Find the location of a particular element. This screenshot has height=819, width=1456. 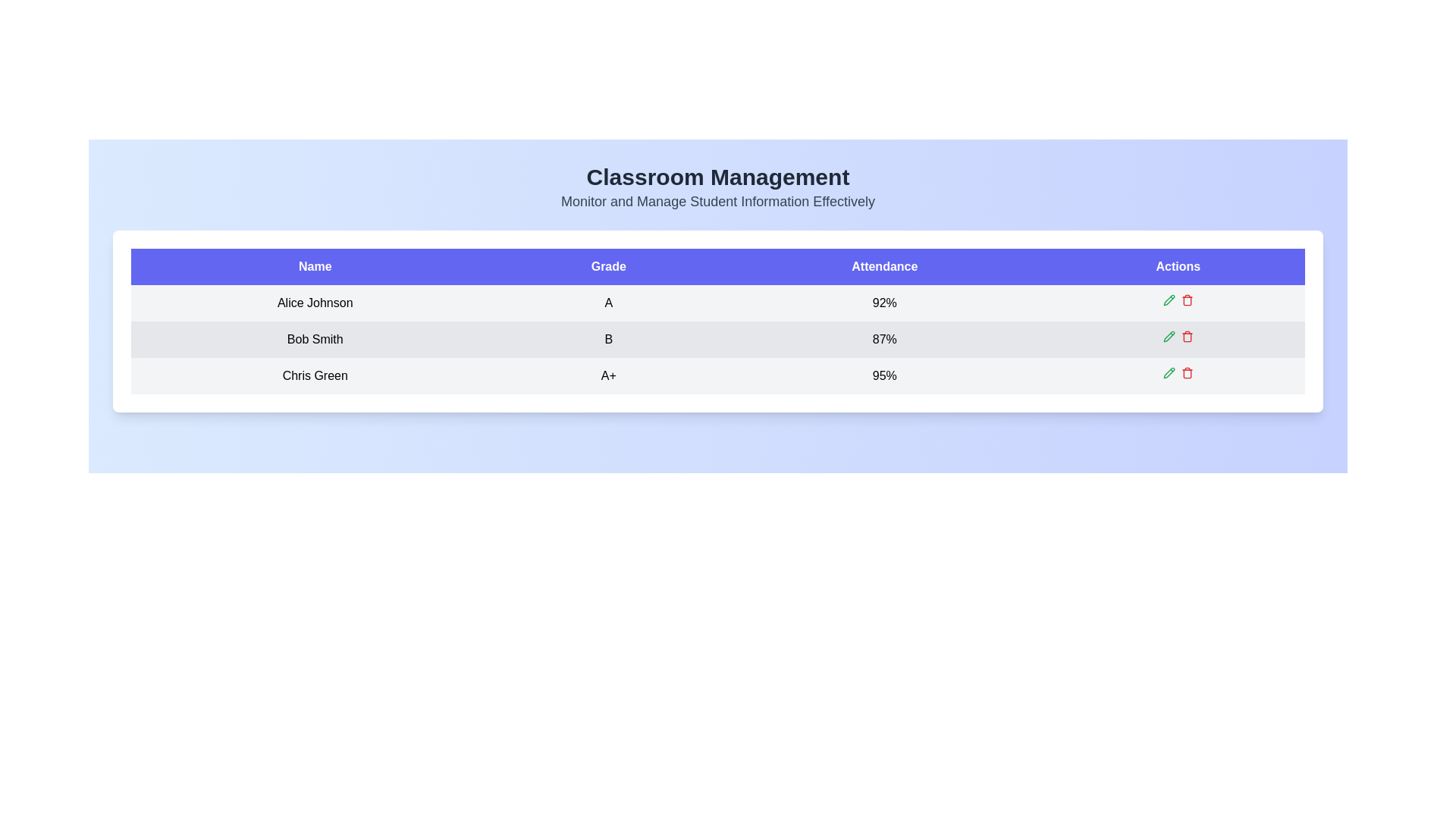

the Delete icon, which is a rounded trash can icon located in the last cell of the second row within the 'Actions' column of the table is located at coordinates (1186, 337).